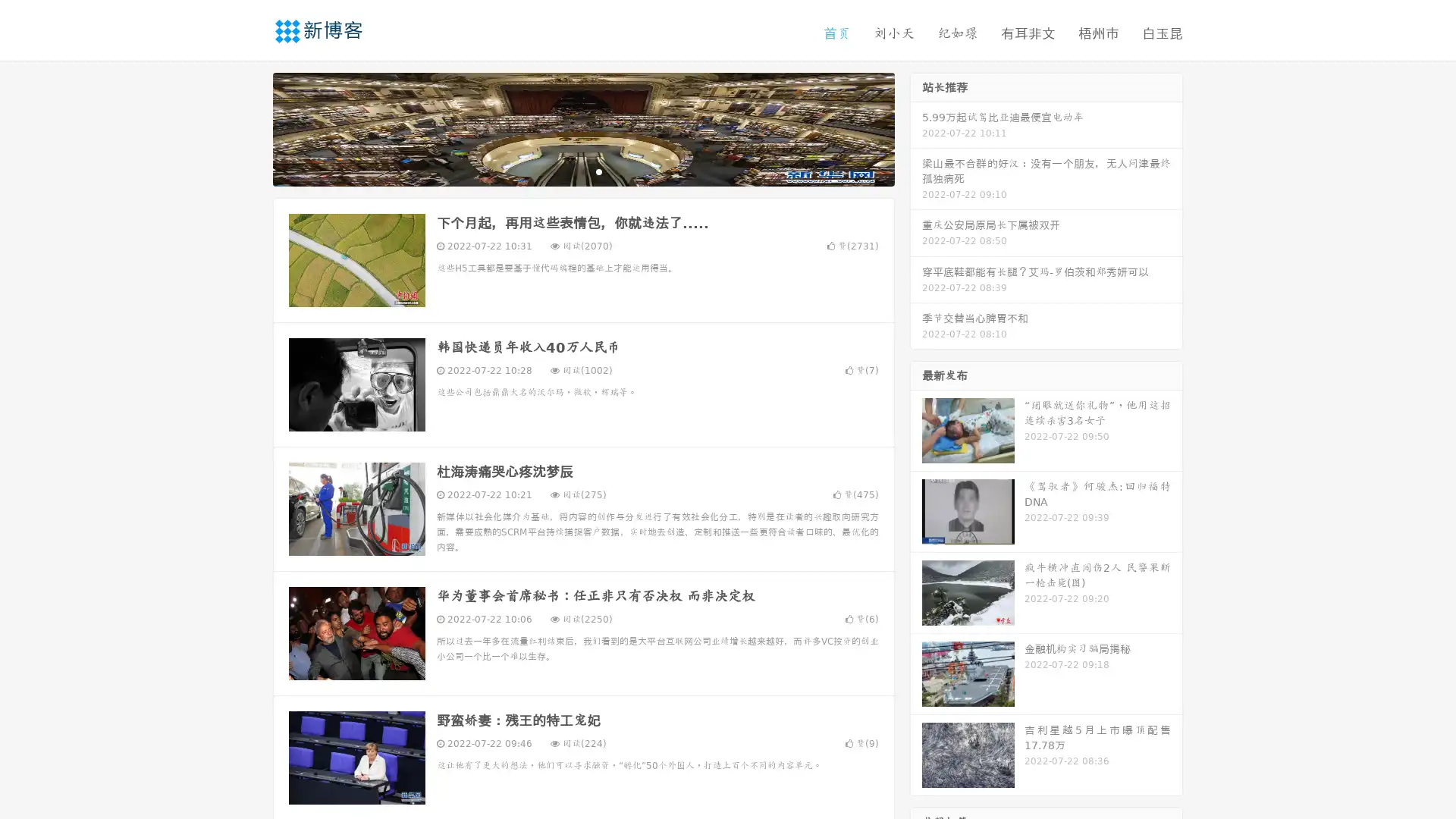 This screenshot has height=819, width=1456. What do you see at coordinates (598, 171) in the screenshot?
I see `Go to slide 3` at bounding box center [598, 171].